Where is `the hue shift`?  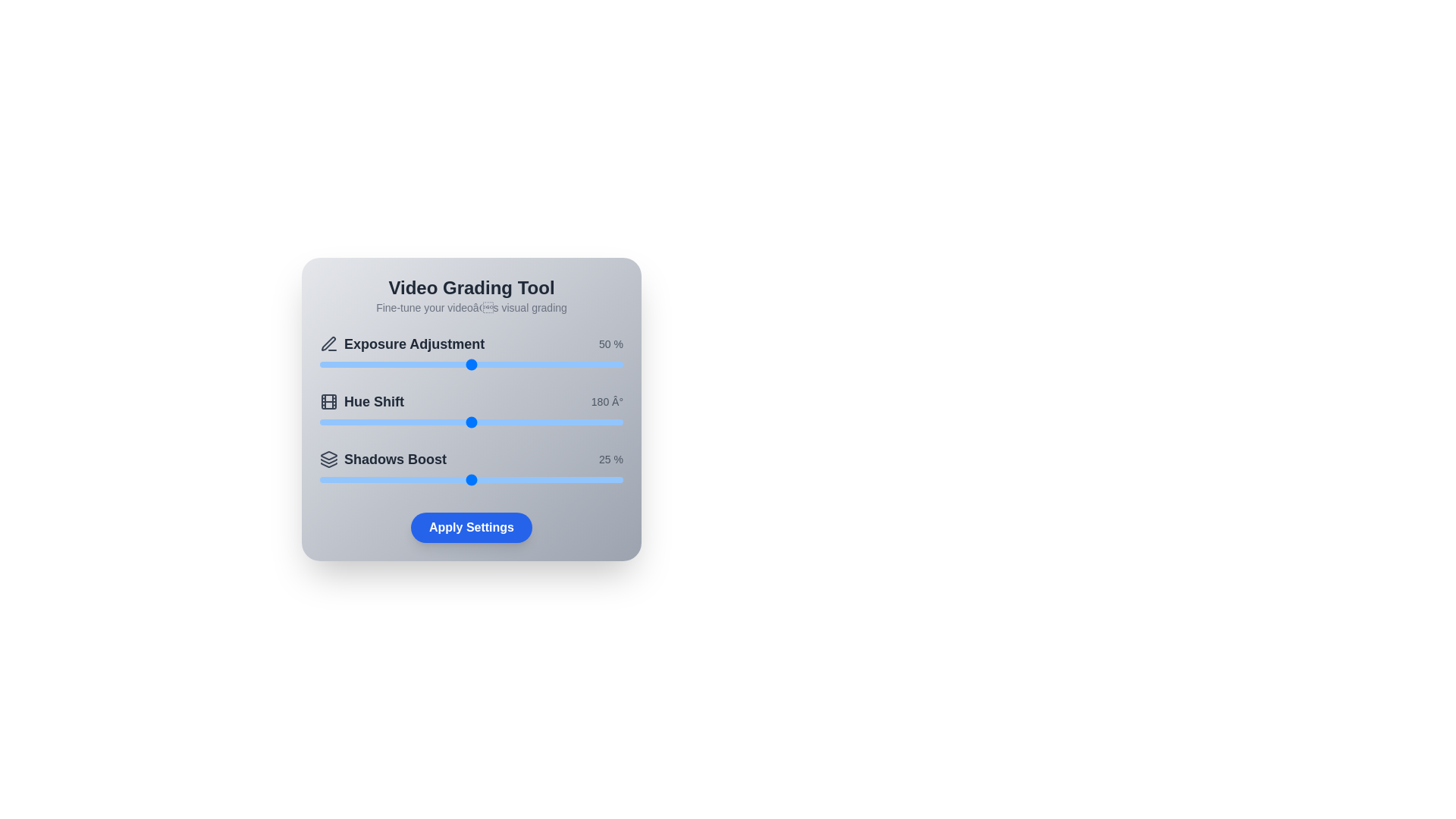
the hue shift is located at coordinates (497, 422).